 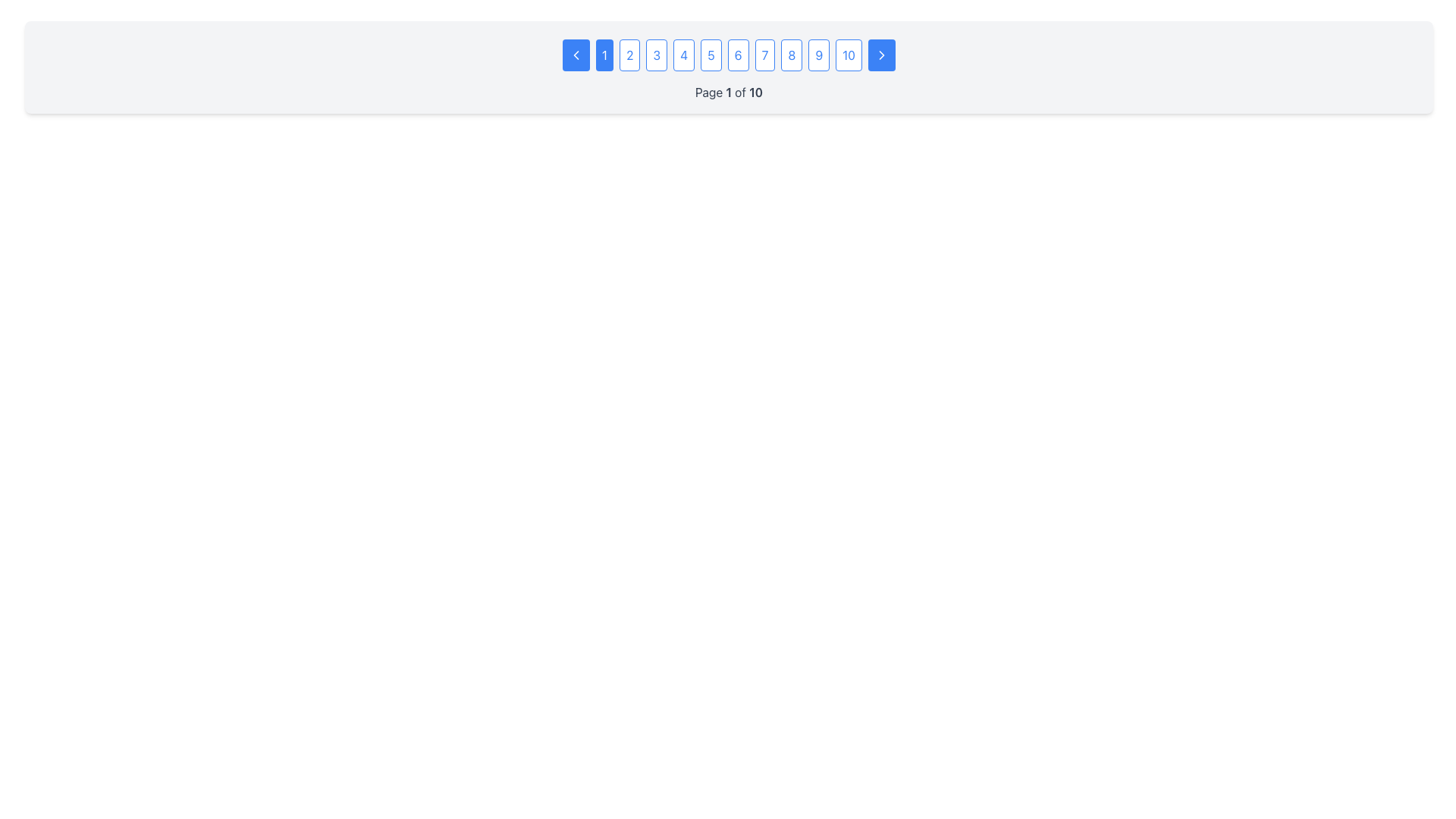 What do you see at coordinates (729, 93) in the screenshot?
I see `the bold numeral '1' in the pagination bar that displays 'Page 1 of 10'` at bounding box center [729, 93].